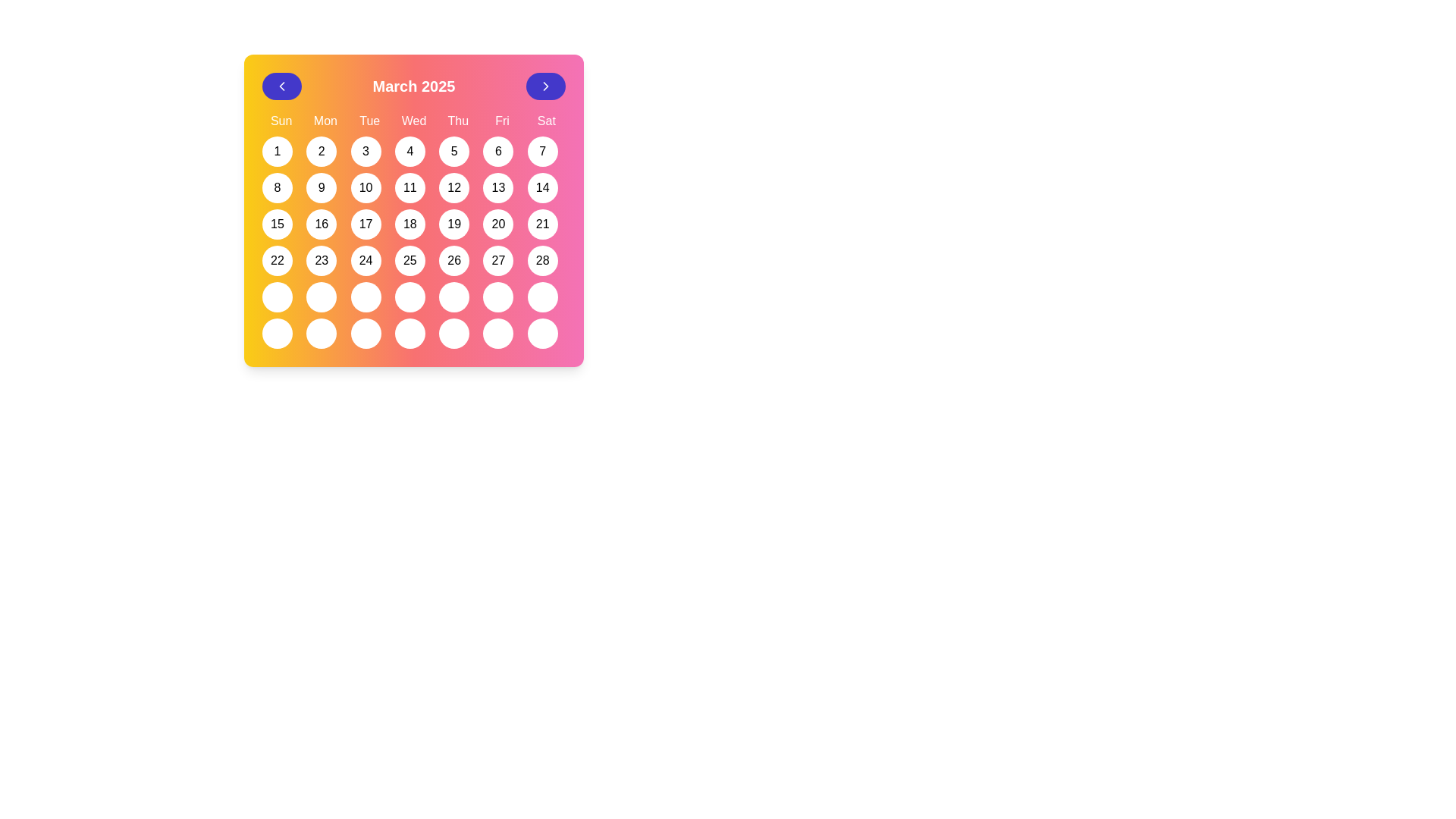 The height and width of the screenshot is (819, 1456). Describe the element at coordinates (409, 297) in the screenshot. I see `the interactive calendar button located in the fifth column of the sixth row under 'Thu'` at that location.